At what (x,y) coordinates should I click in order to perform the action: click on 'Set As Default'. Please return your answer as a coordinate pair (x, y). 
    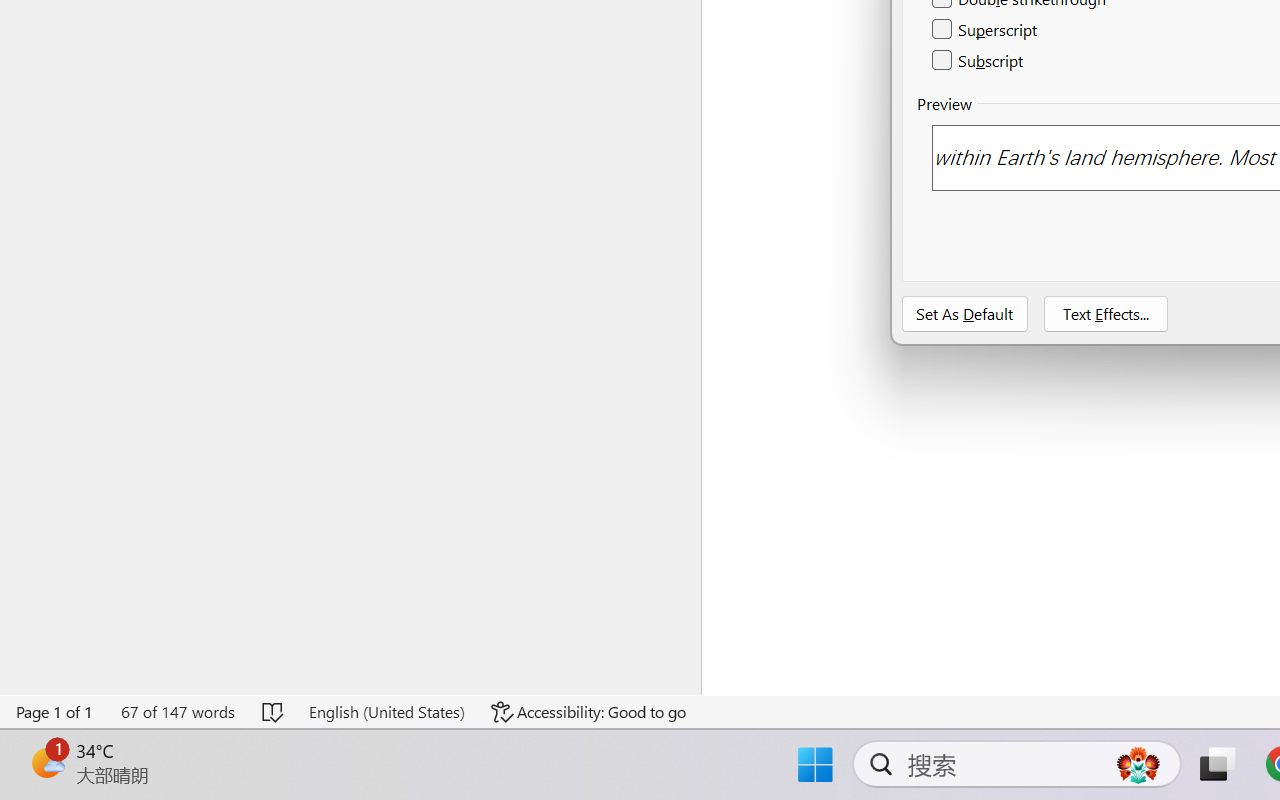
    Looking at the image, I should click on (965, 313).